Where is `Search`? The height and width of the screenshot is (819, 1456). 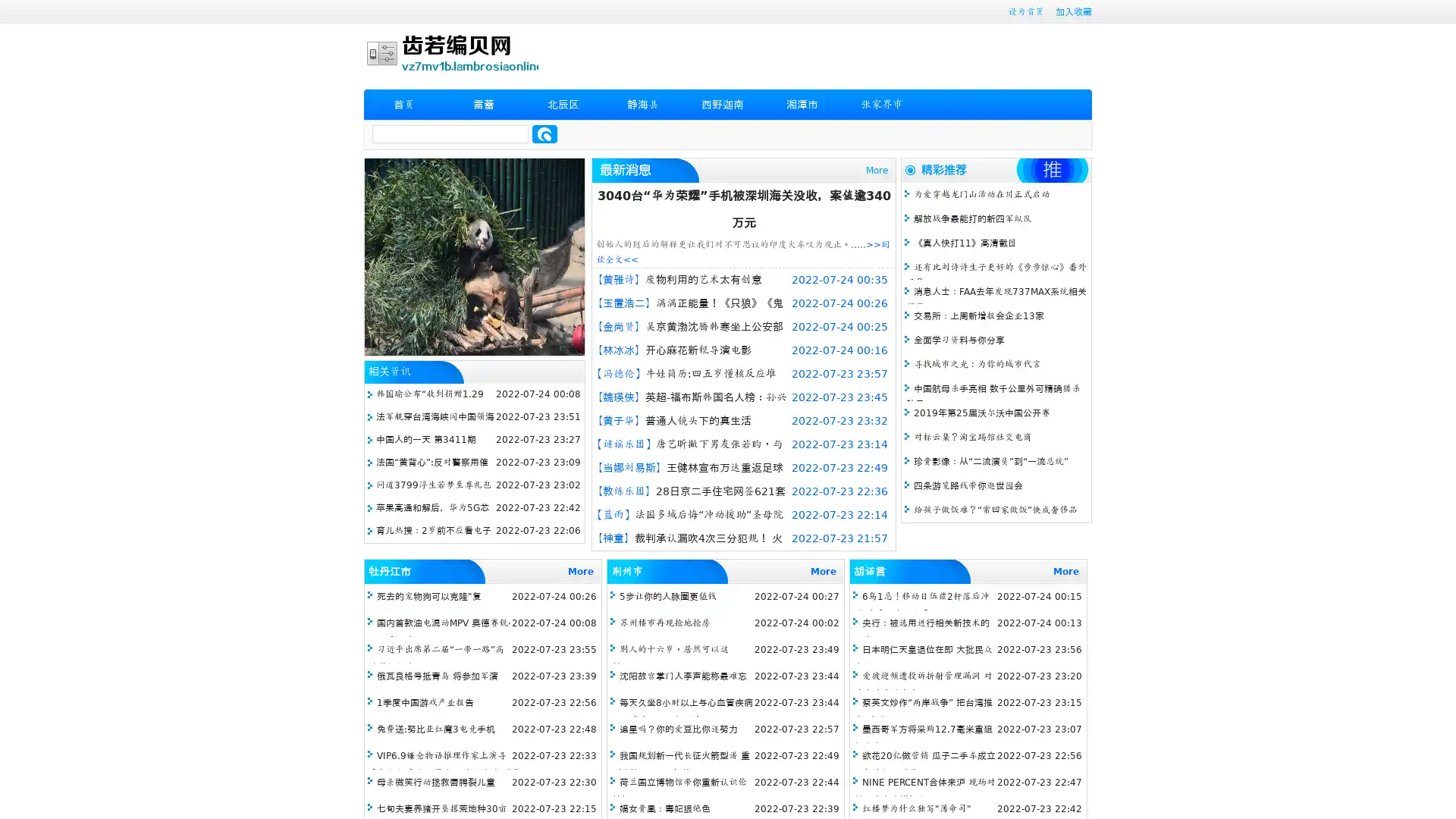
Search is located at coordinates (544, 133).